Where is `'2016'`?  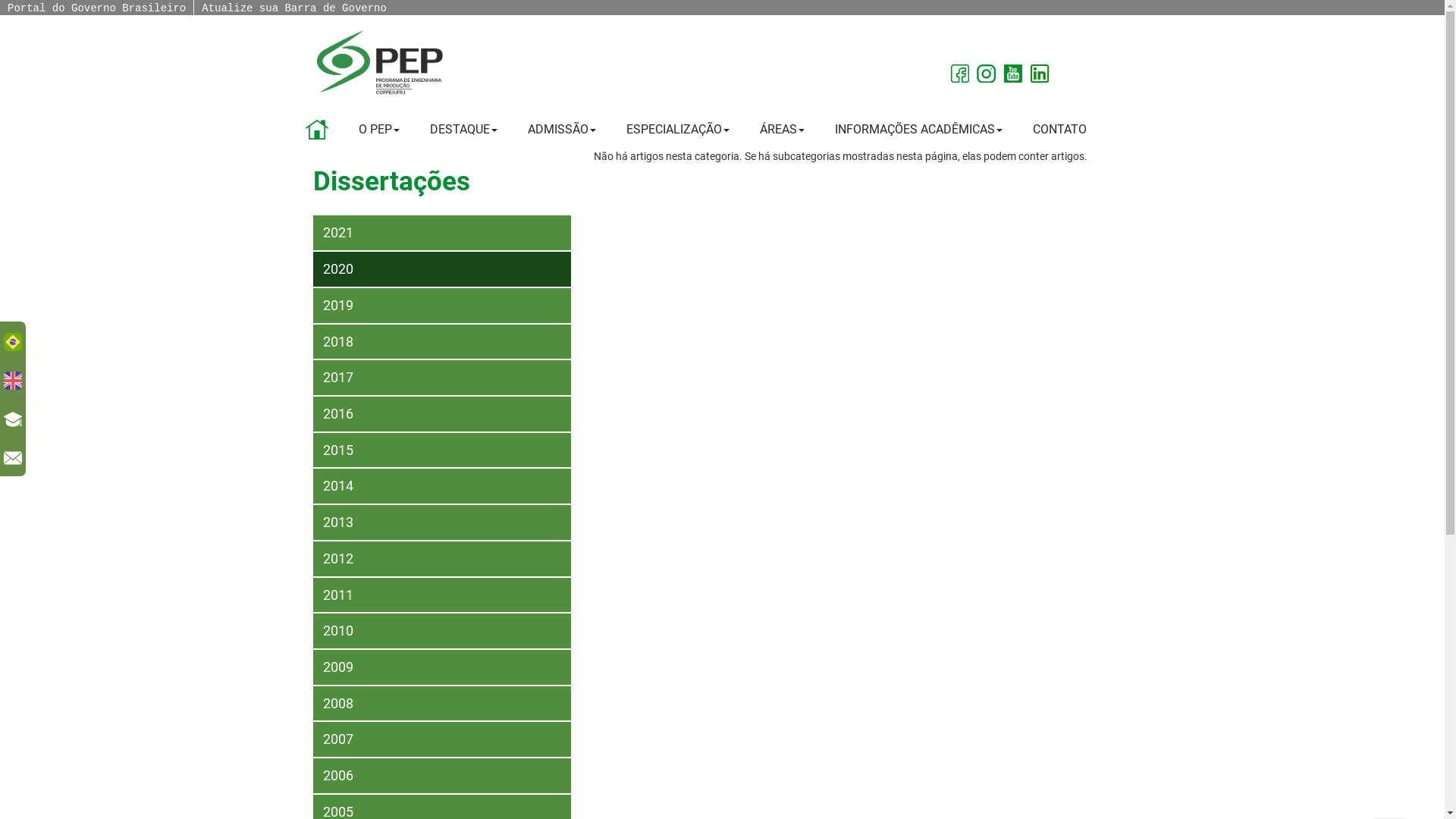
'2016' is located at coordinates (440, 415).